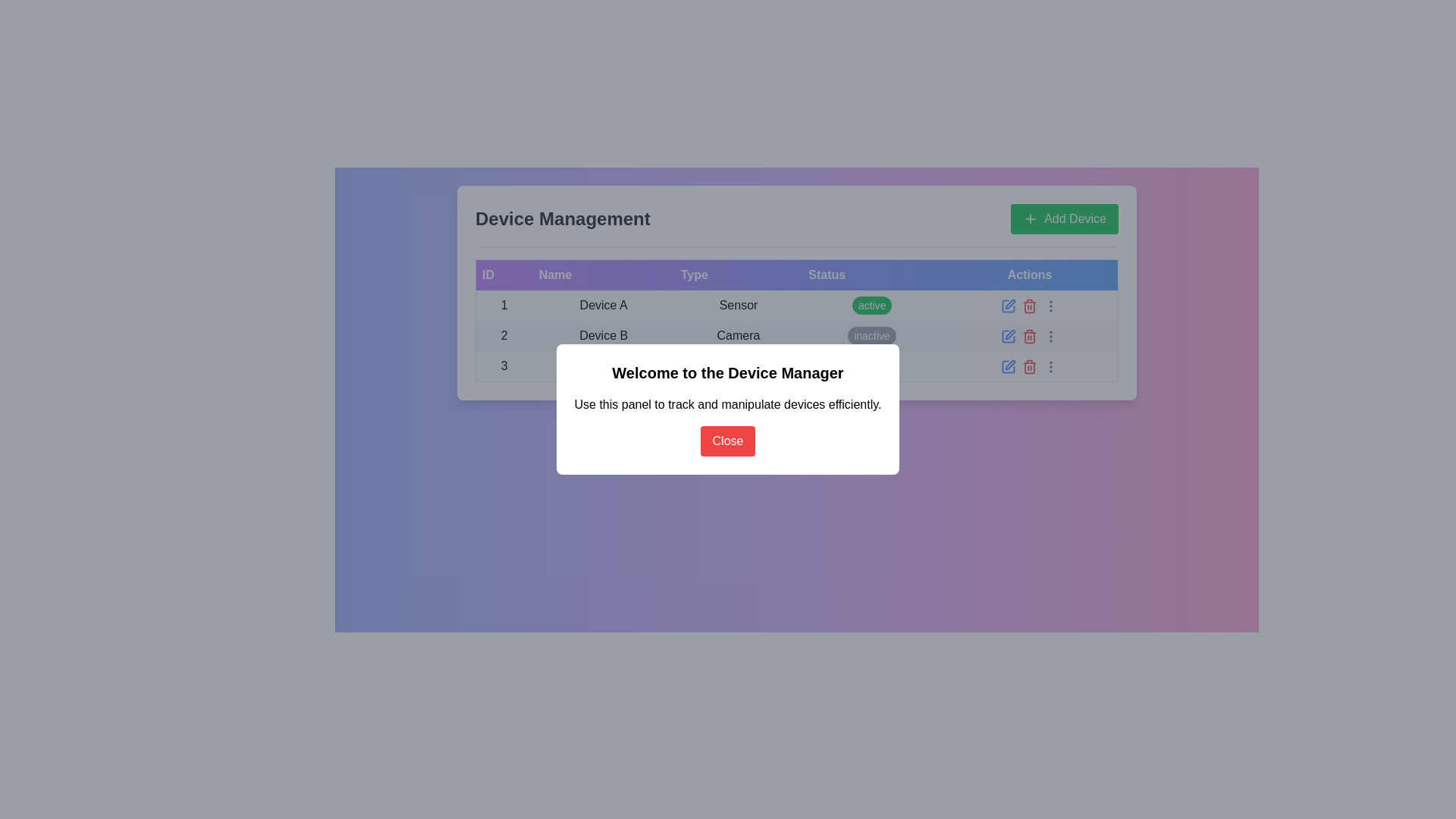 The height and width of the screenshot is (819, 1456). Describe the element at coordinates (1030, 305) in the screenshot. I see `the red trash icon in the 'Actions' column of the second row of the Device Management table` at that location.